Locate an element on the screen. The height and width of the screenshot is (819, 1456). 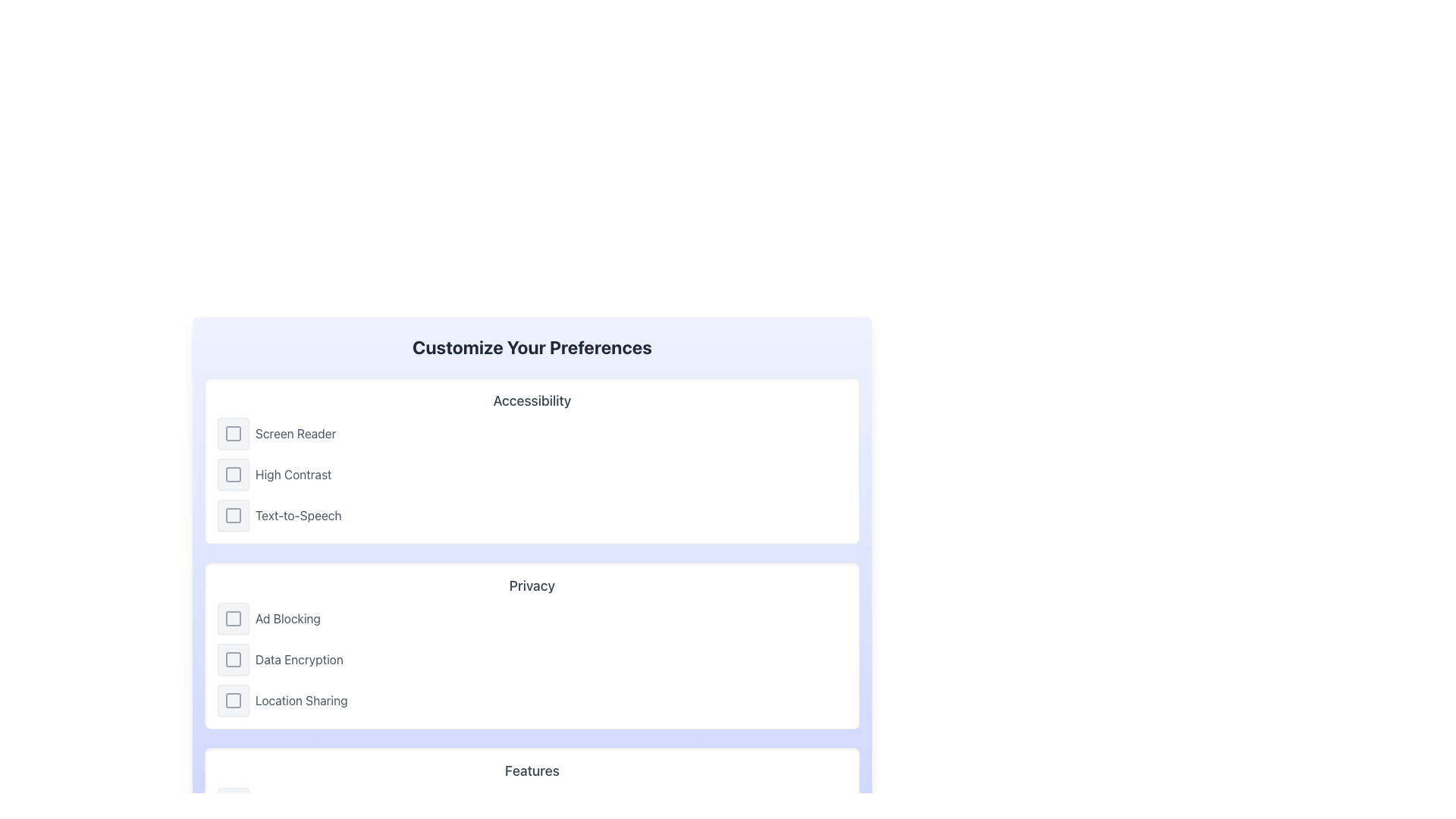
the light gray Checkbox located in the 'Privacy' section, which is positioned to the left of the 'Ad Blocking' text is located at coordinates (232, 619).